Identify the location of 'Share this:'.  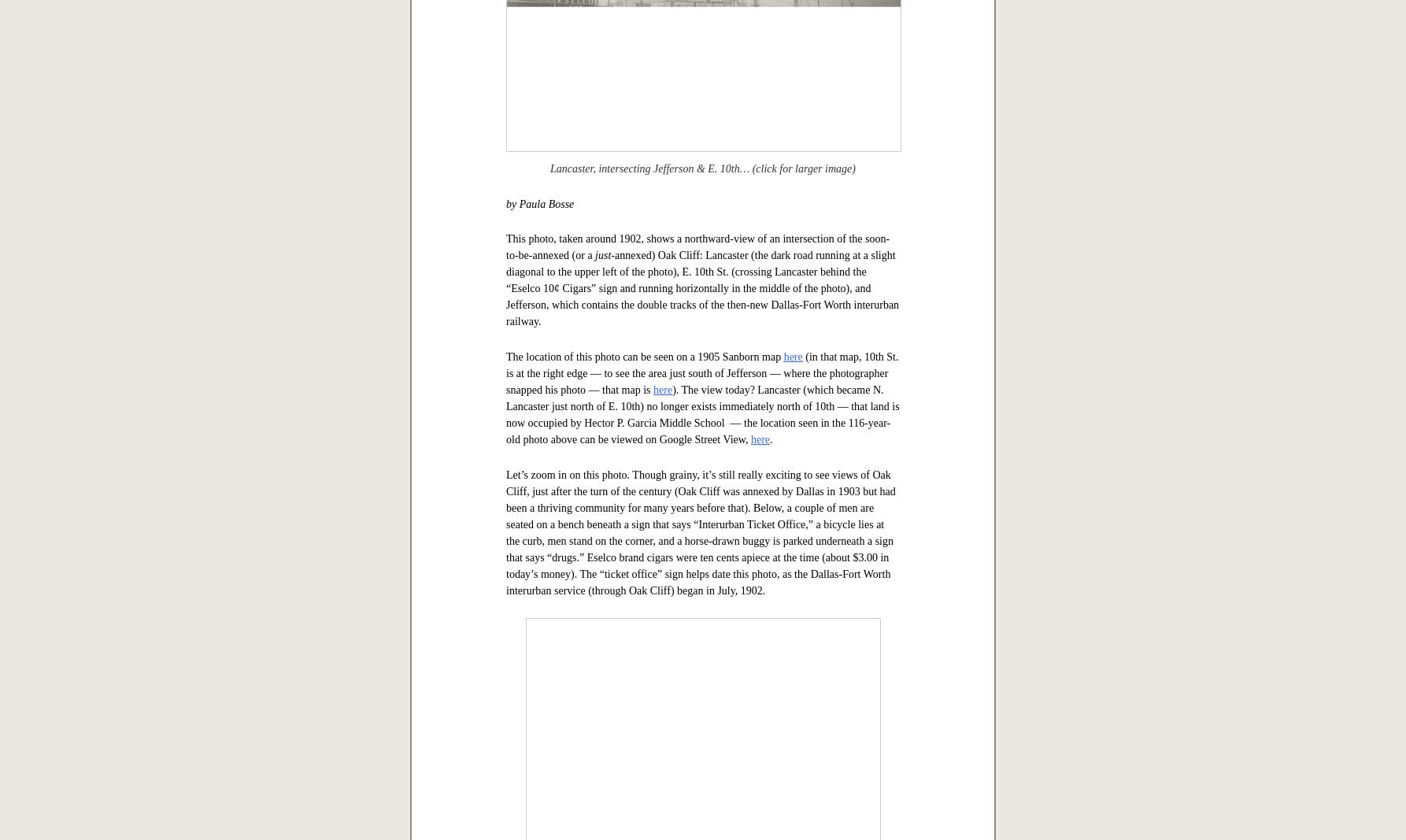
(527, 117).